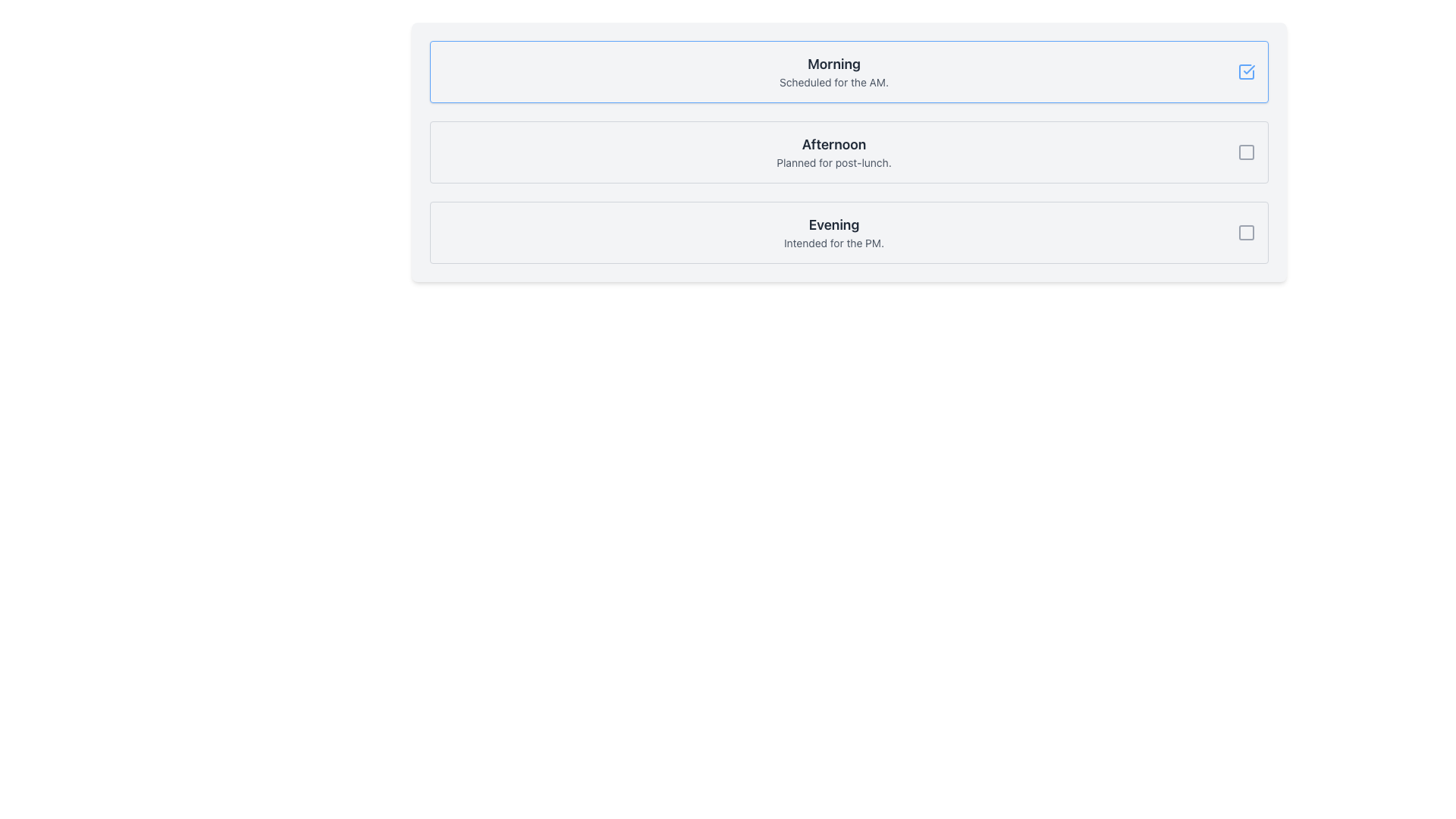 The image size is (1456, 819). What do you see at coordinates (1246, 233) in the screenshot?
I see `the checkbox at the far right of the 'Evening' row in the vertical list` at bounding box center [1246, 233].